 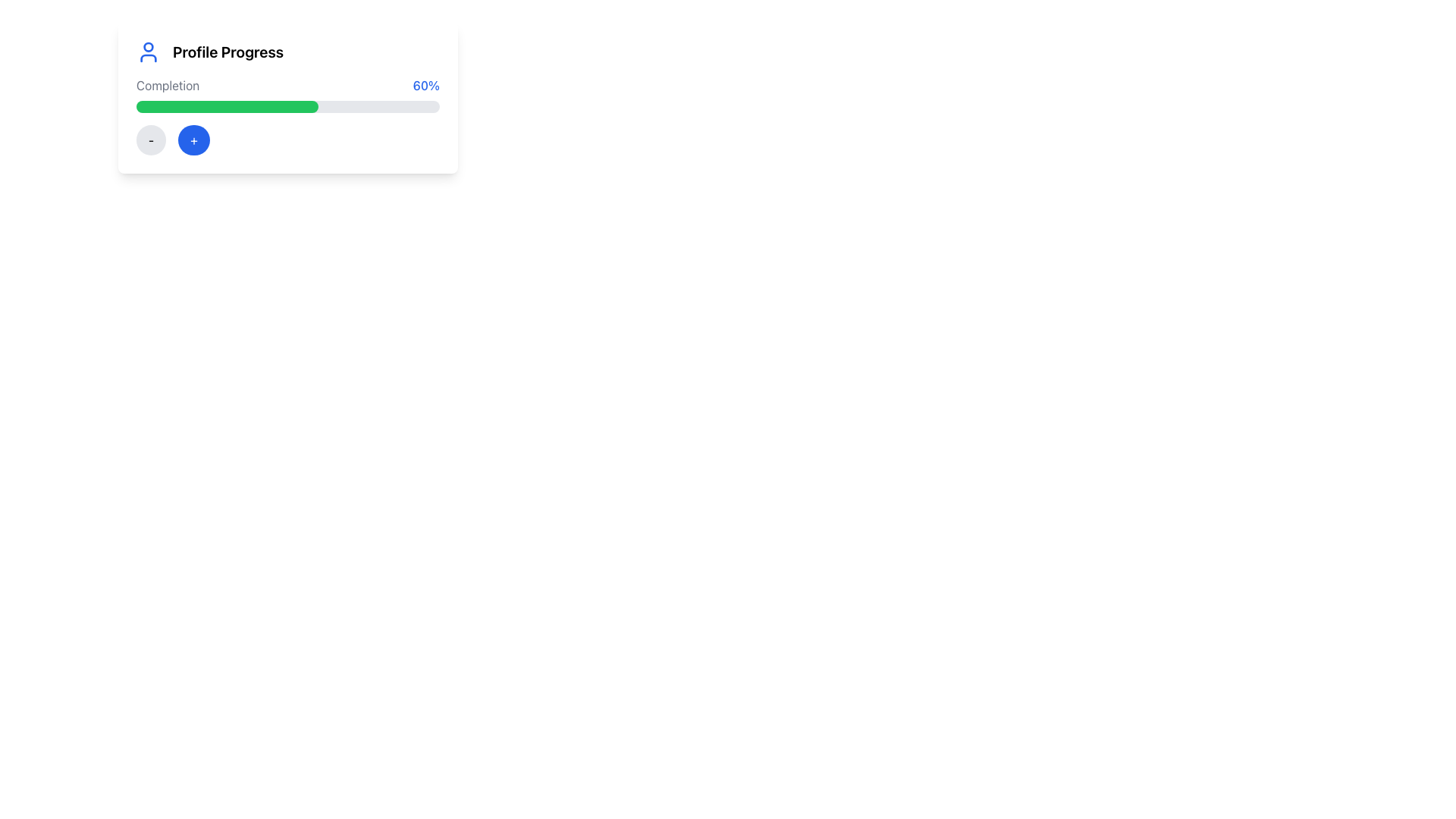 What do you see at coordinates (226, 106) in the screenshot?
I see `the Progress Indicator element that visually represents the progress percentage within the progress bar component, located below the 'Completion' label and the numeric '60%' indicator` at bounding box center [226, 106].